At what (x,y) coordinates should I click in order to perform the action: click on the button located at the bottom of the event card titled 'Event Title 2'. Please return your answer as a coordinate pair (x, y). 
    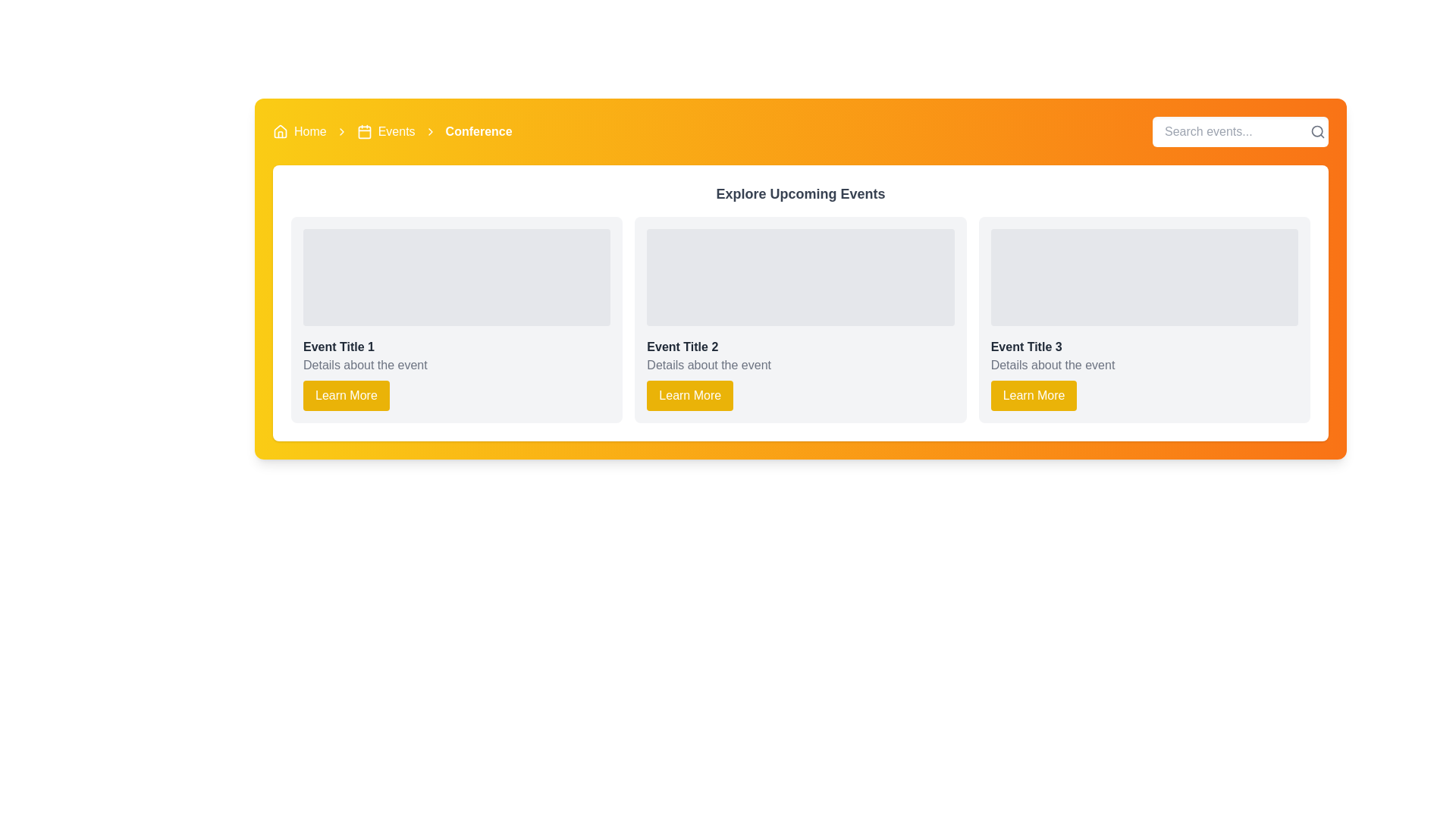
    Looking at the image, I should click on (689, 394).